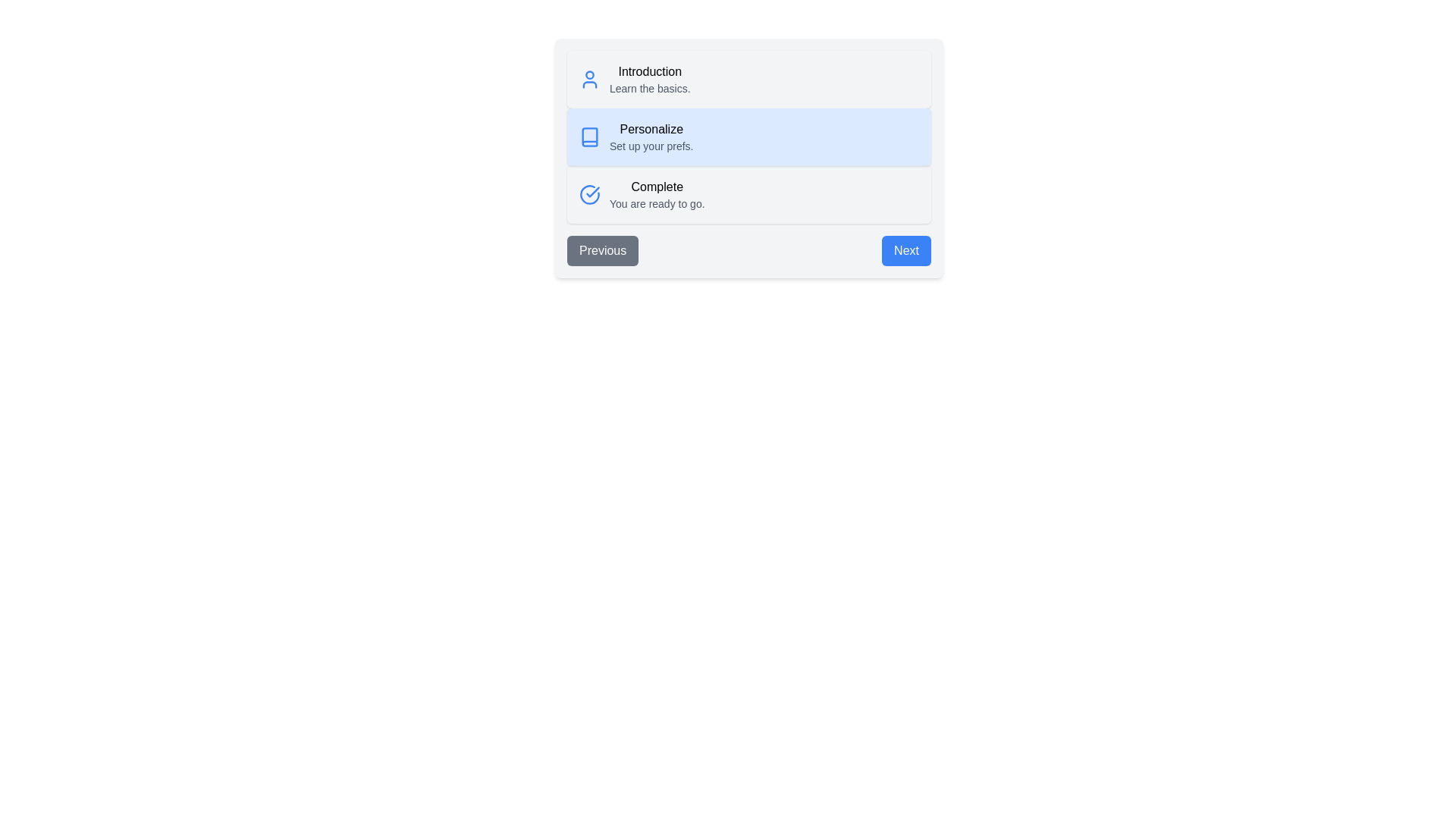  I want to click on the Previous button to navigate the steps, so click(602, 250).